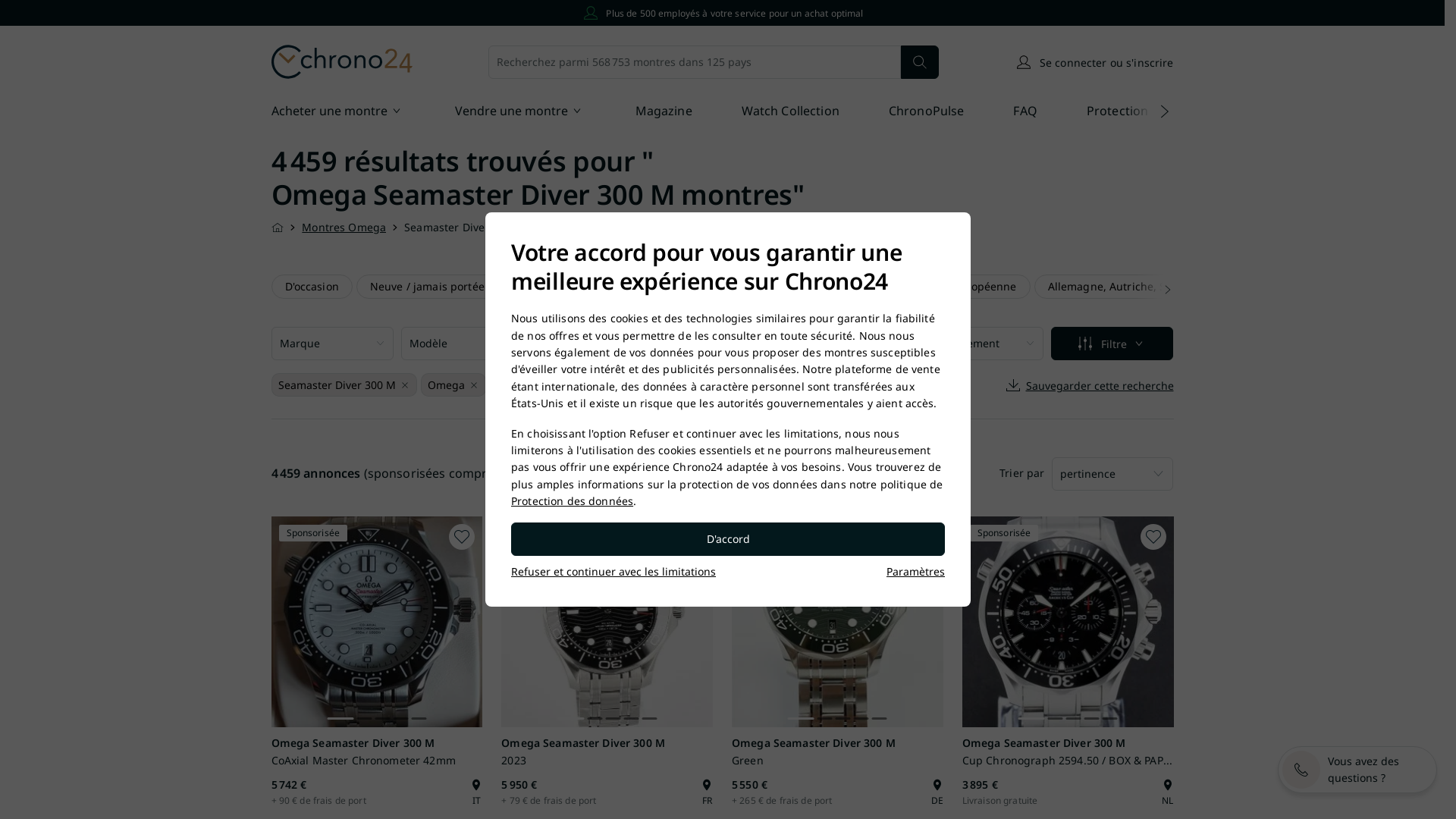 Image resolution: width=1456 pixels, height=819 pixels. What do you see at coordinates (789, 111) in the screenshot?
I see `'Watch Collection'` at bounding box center [789, 111].